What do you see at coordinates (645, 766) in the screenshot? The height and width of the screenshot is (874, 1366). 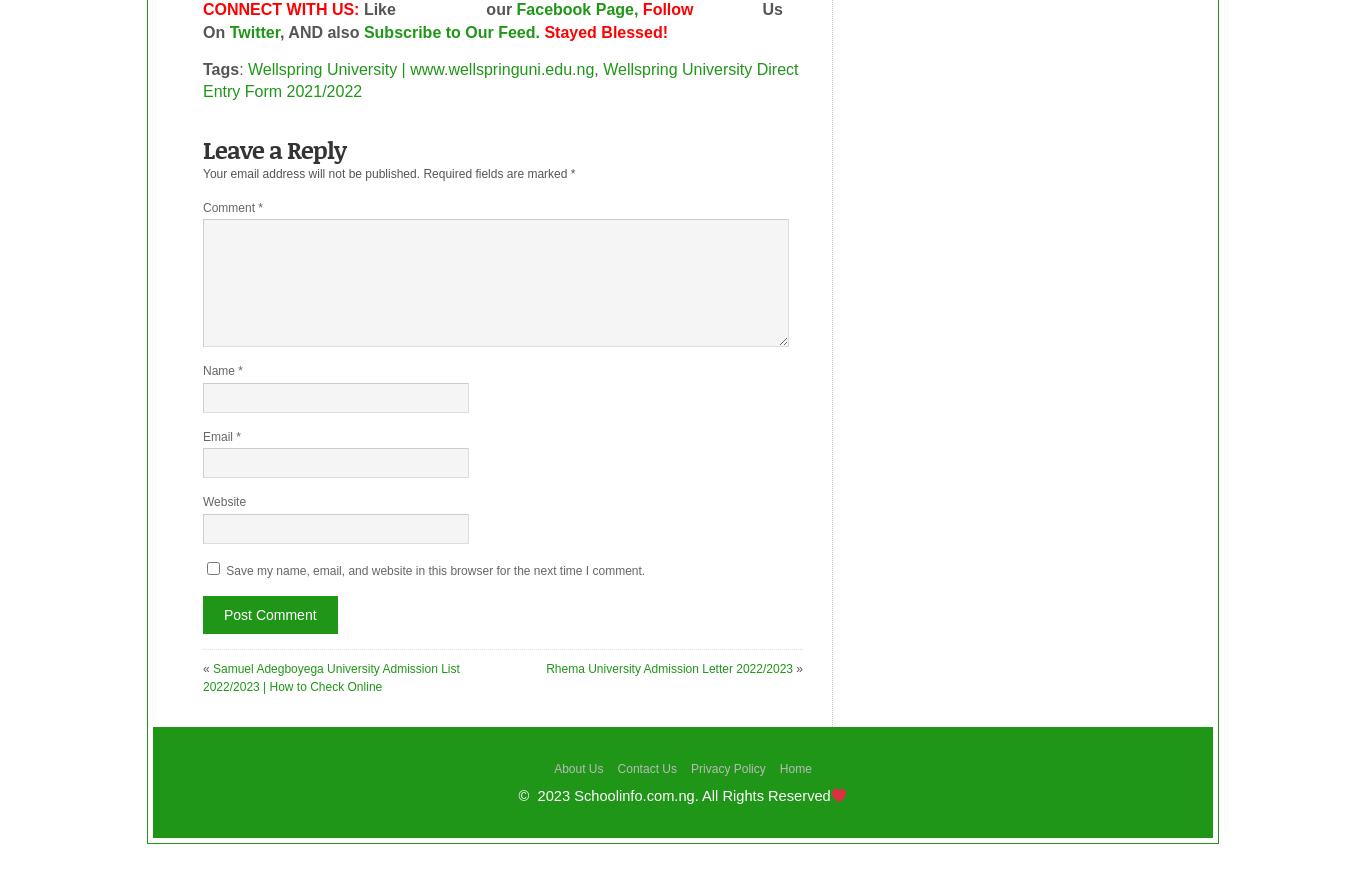 I see `'Contact Us'` at bounding box center [645, 766].